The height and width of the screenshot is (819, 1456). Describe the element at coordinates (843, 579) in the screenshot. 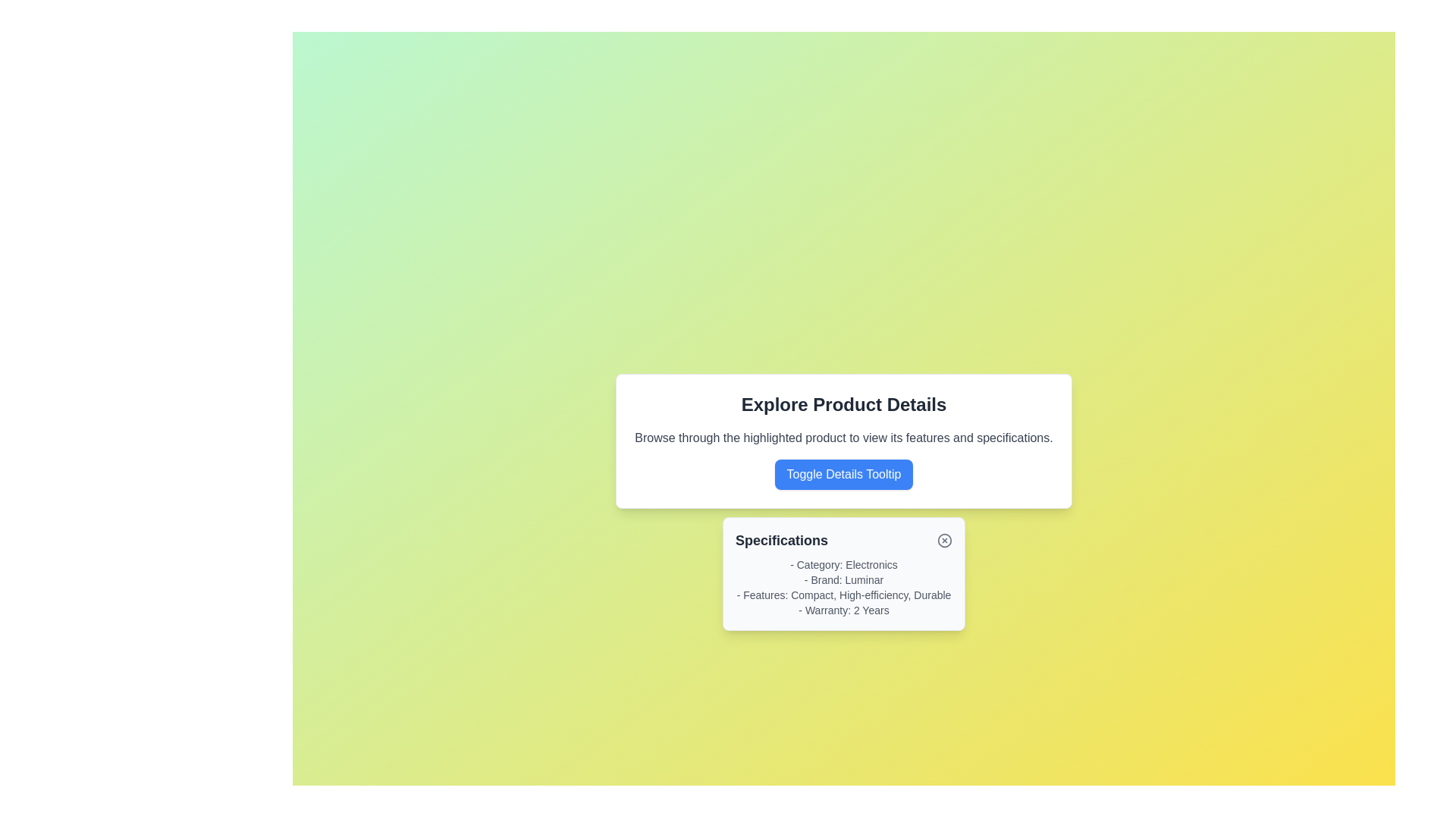

I see `informational text display showing the brand name 'Luminar' located in the 'Specifications' section, which is the second item in the list of four` at that location.